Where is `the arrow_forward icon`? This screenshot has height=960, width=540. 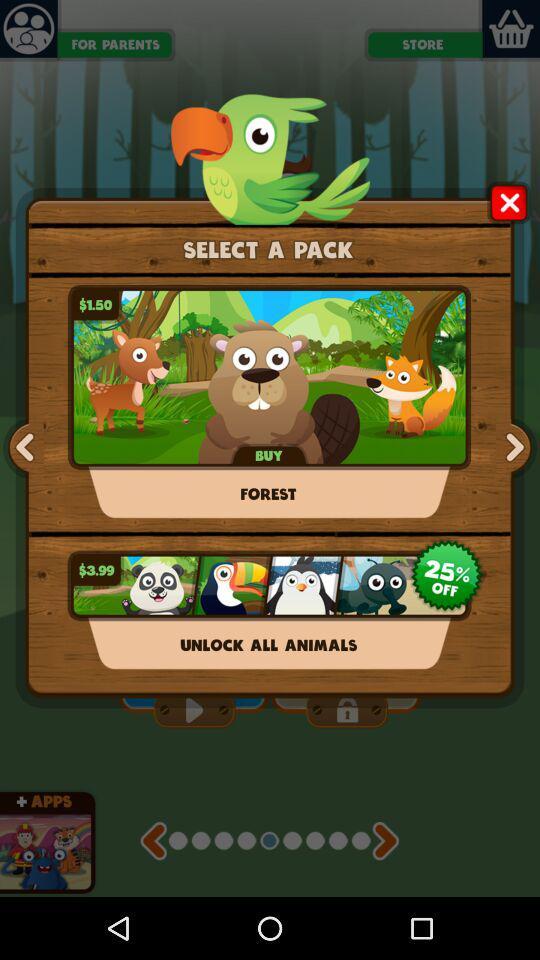
the arrow_forward icon is located at coordinates (512, 480).